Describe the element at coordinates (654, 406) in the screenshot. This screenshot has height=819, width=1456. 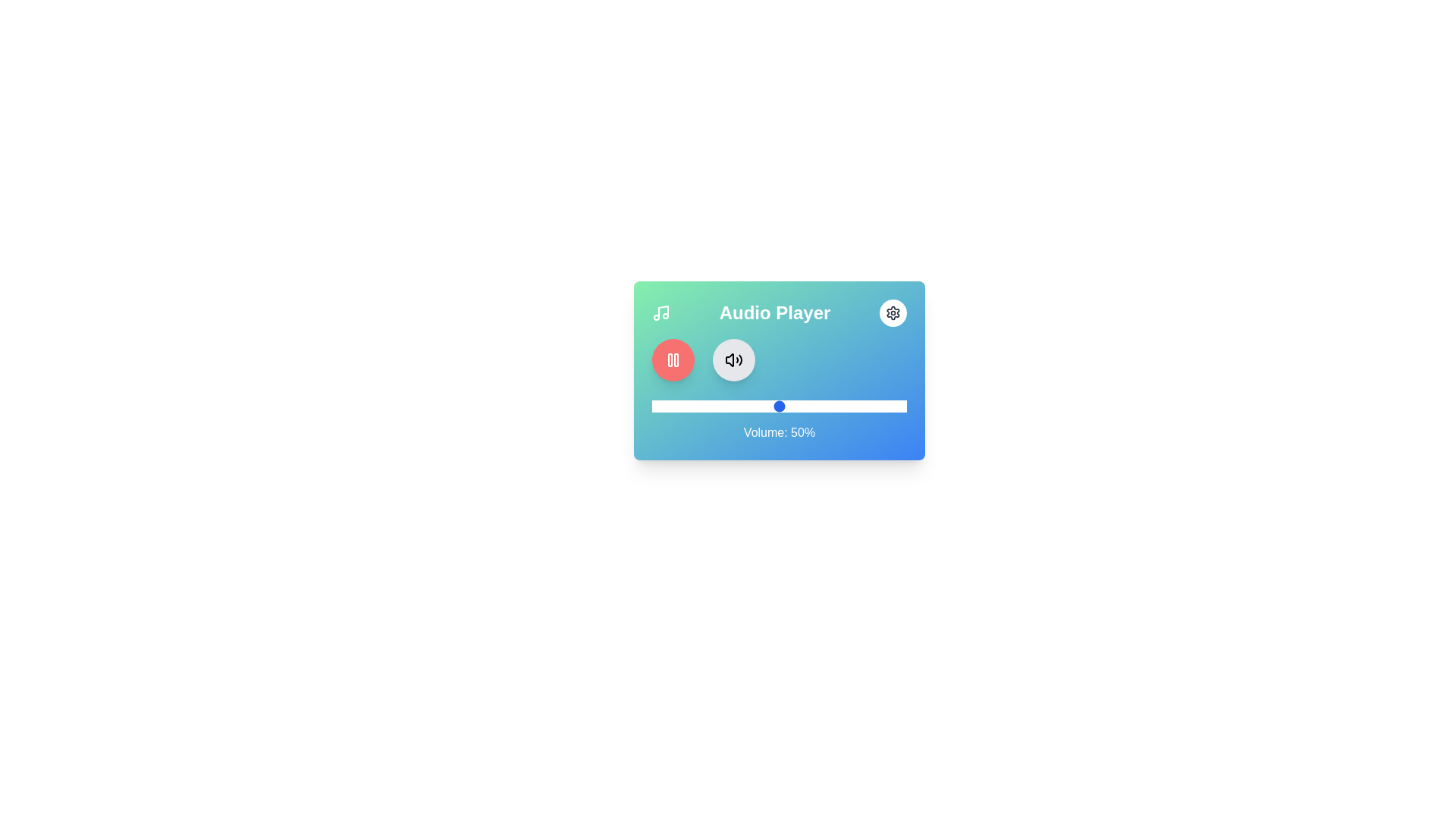
I see `volume` at that location.